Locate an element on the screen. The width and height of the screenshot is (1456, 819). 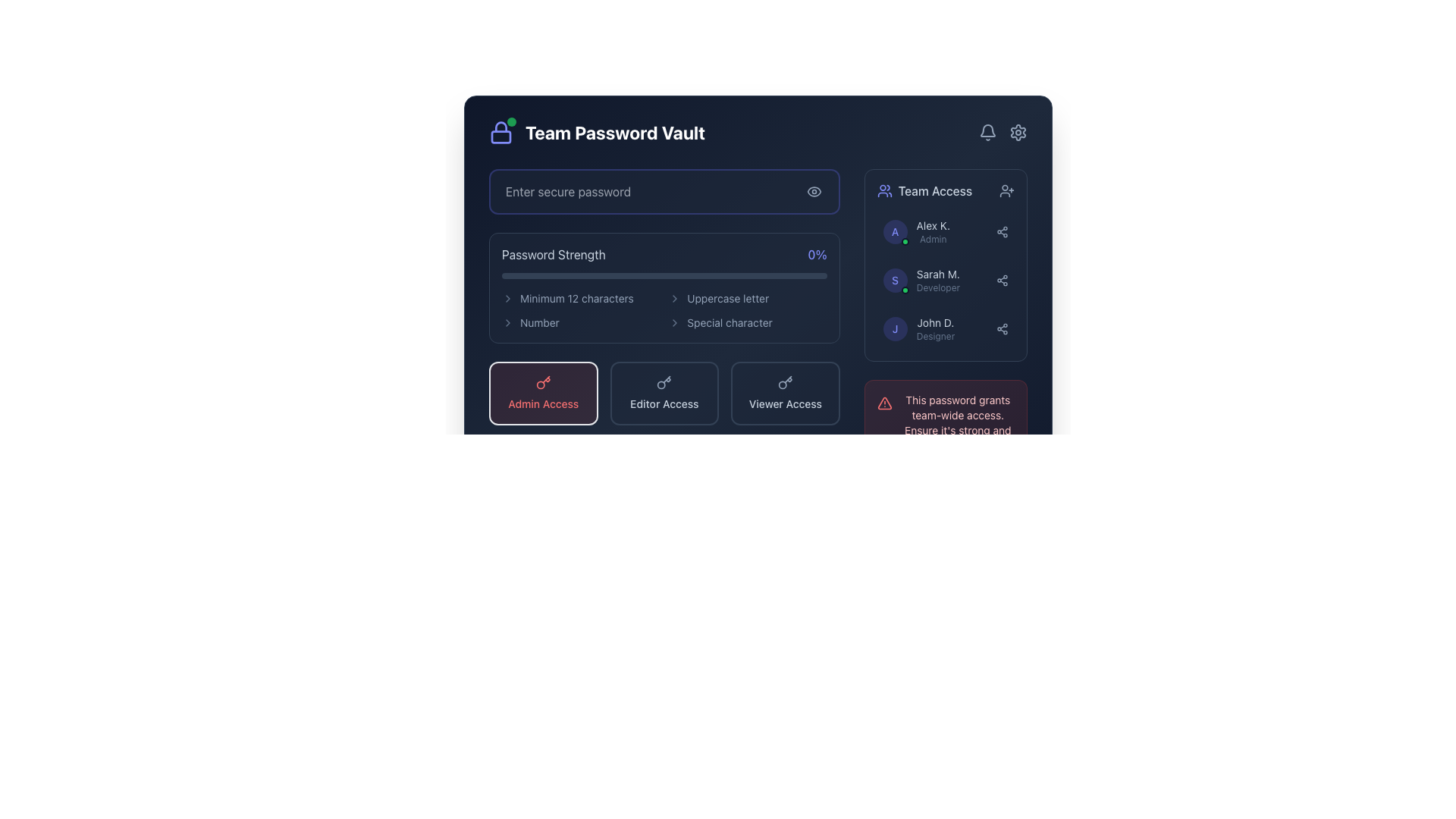
the circular button with an eye icon on the right side of the password input field is located at coordinates (813, 191).